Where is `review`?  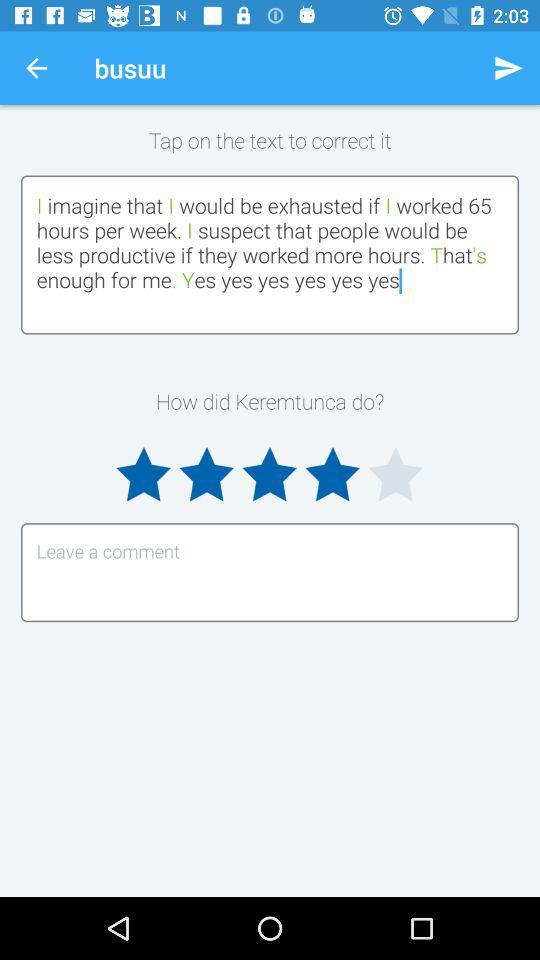
review is located at coordinates (270, 572).